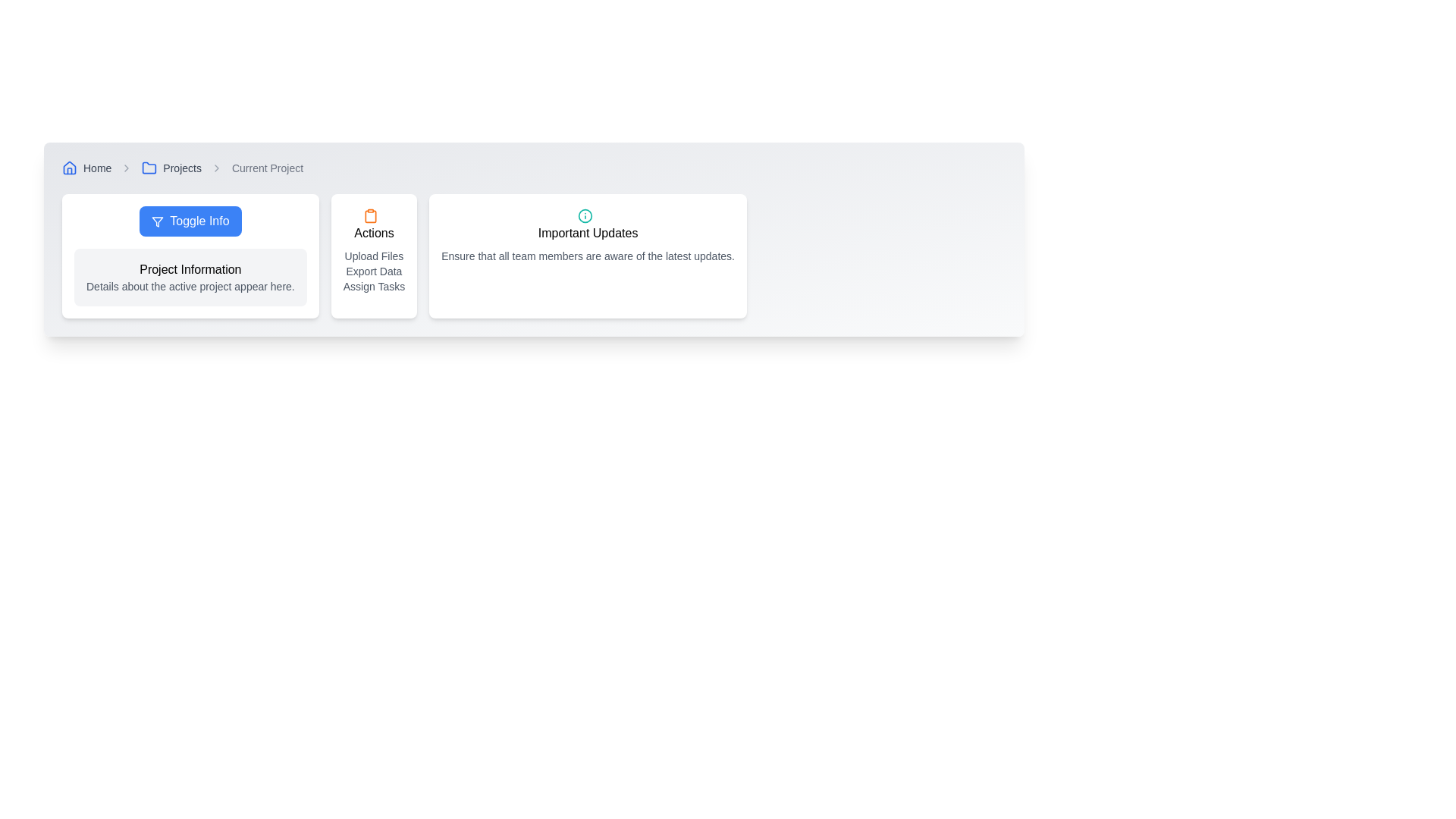 This screenshot has height=819, width=1456. I want to click on the Breadcrumb link with an icon and text, which is the second breadcrumb in the navigation bar, located between 'Home' and 'Current Project', so click(171, 168).